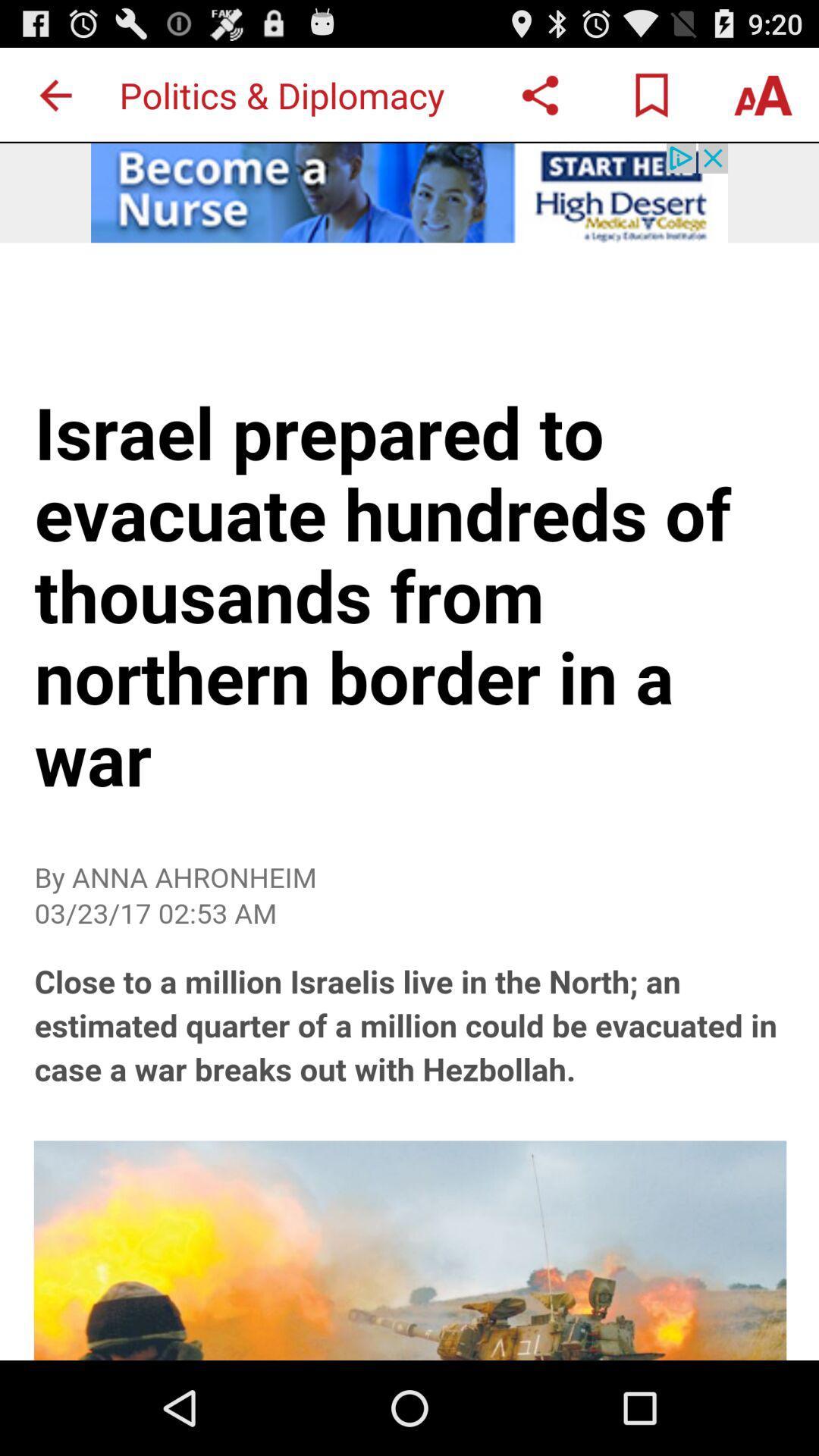 Image resolution: width=819 pixels, height=1456 pixels. What do you see at coordinates (651, 94) in the screenshot?
I see `bookmark page` at bounding box center [651, 94].